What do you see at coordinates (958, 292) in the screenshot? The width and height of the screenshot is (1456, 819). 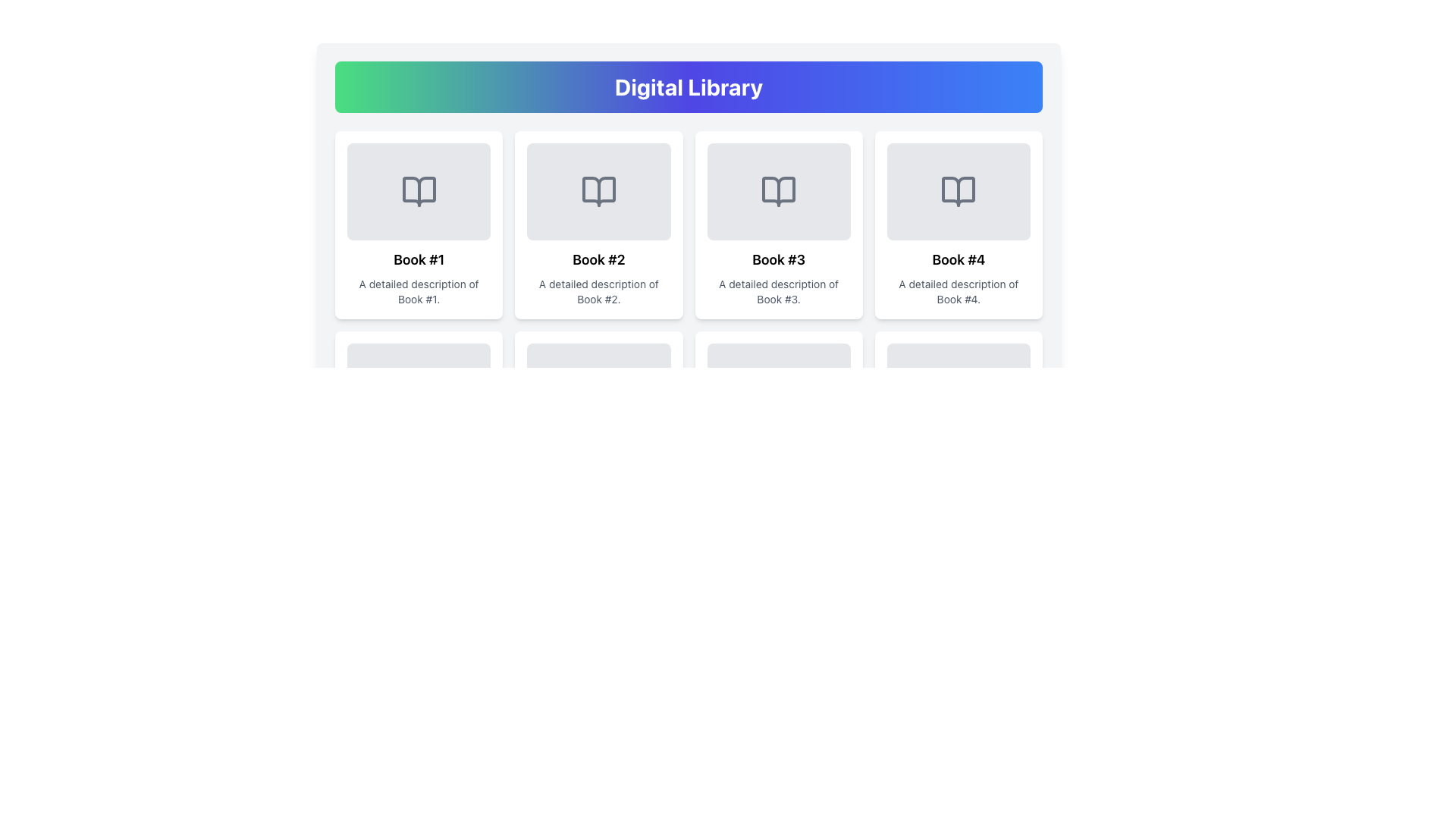 I see `the text label providing additional descriptive information about 'Book #4' located directly below its title in the card layout` at bounding box center [958, 292].